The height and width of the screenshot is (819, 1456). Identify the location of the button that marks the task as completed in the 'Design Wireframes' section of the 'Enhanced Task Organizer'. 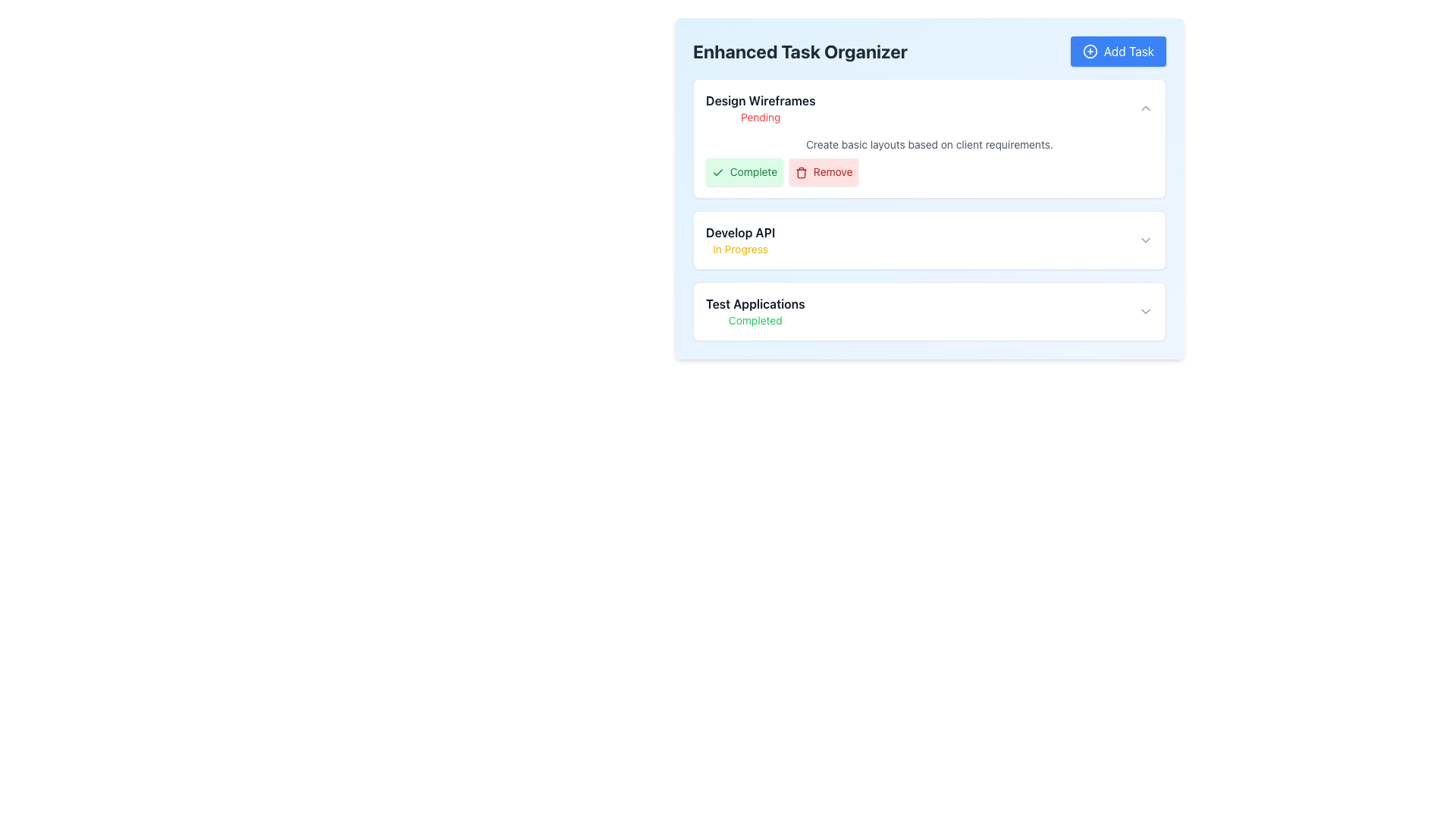
(745, 171).